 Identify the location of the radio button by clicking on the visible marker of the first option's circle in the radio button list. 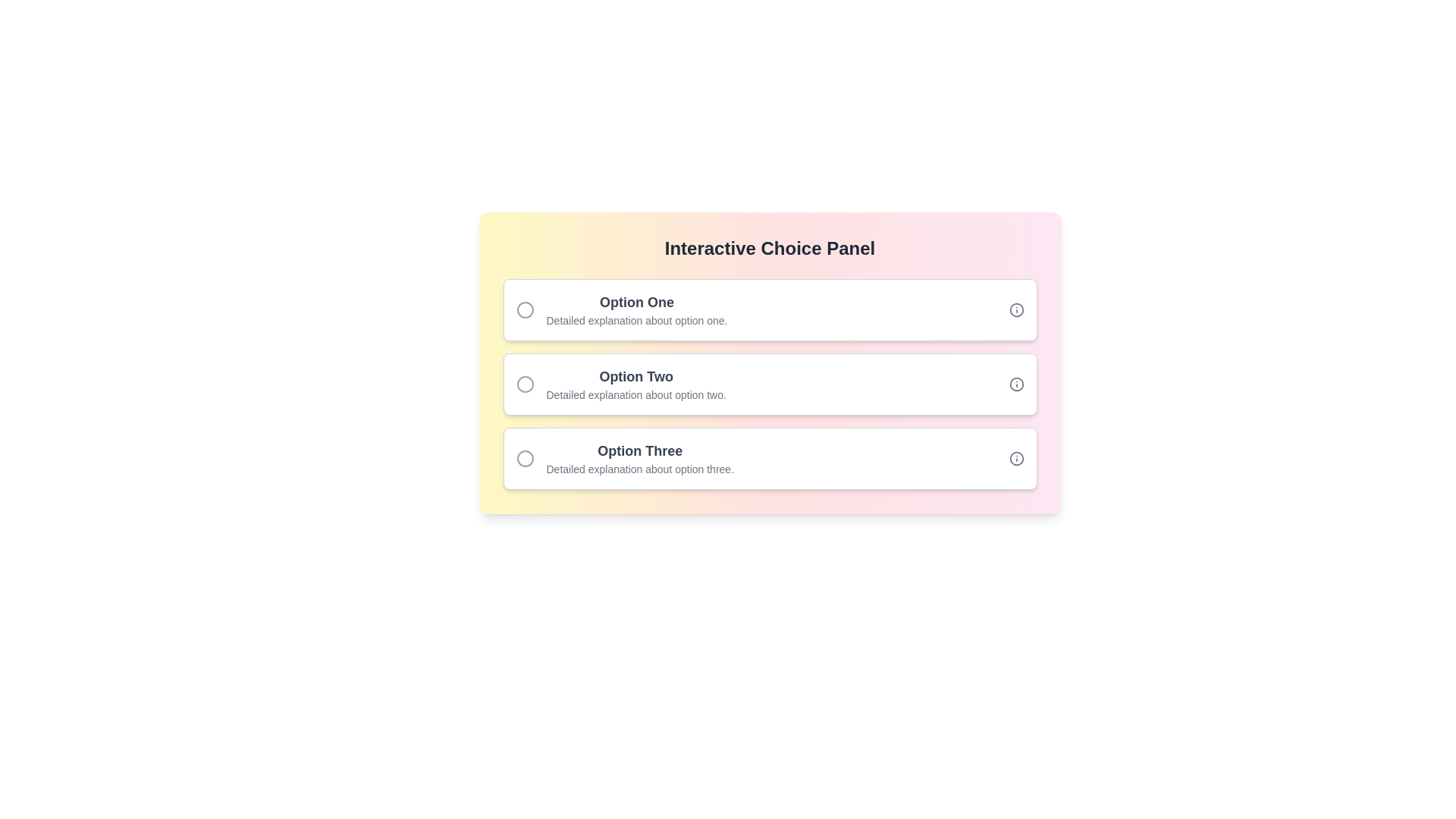
(525, 309).